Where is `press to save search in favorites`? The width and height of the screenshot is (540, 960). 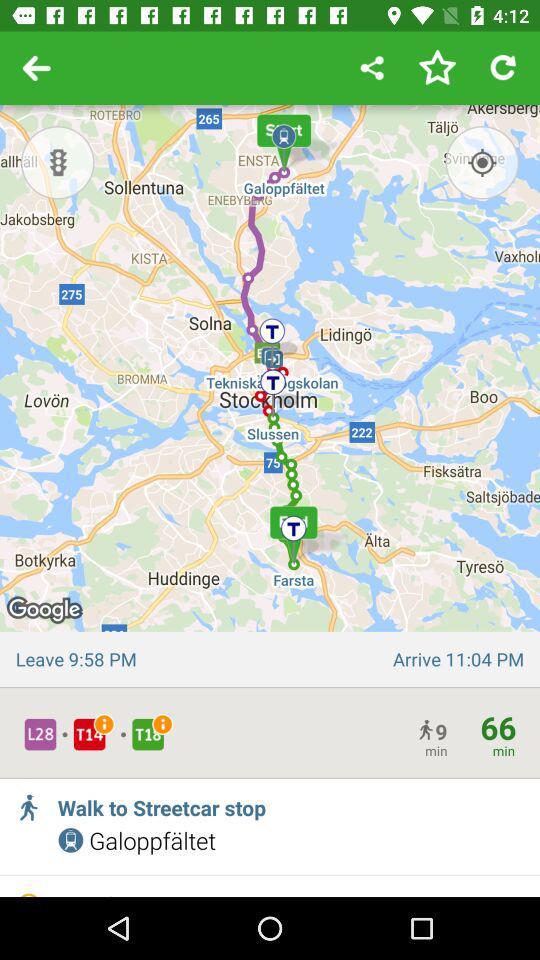 press to save search in favorites is located at coordinates (436, 68).